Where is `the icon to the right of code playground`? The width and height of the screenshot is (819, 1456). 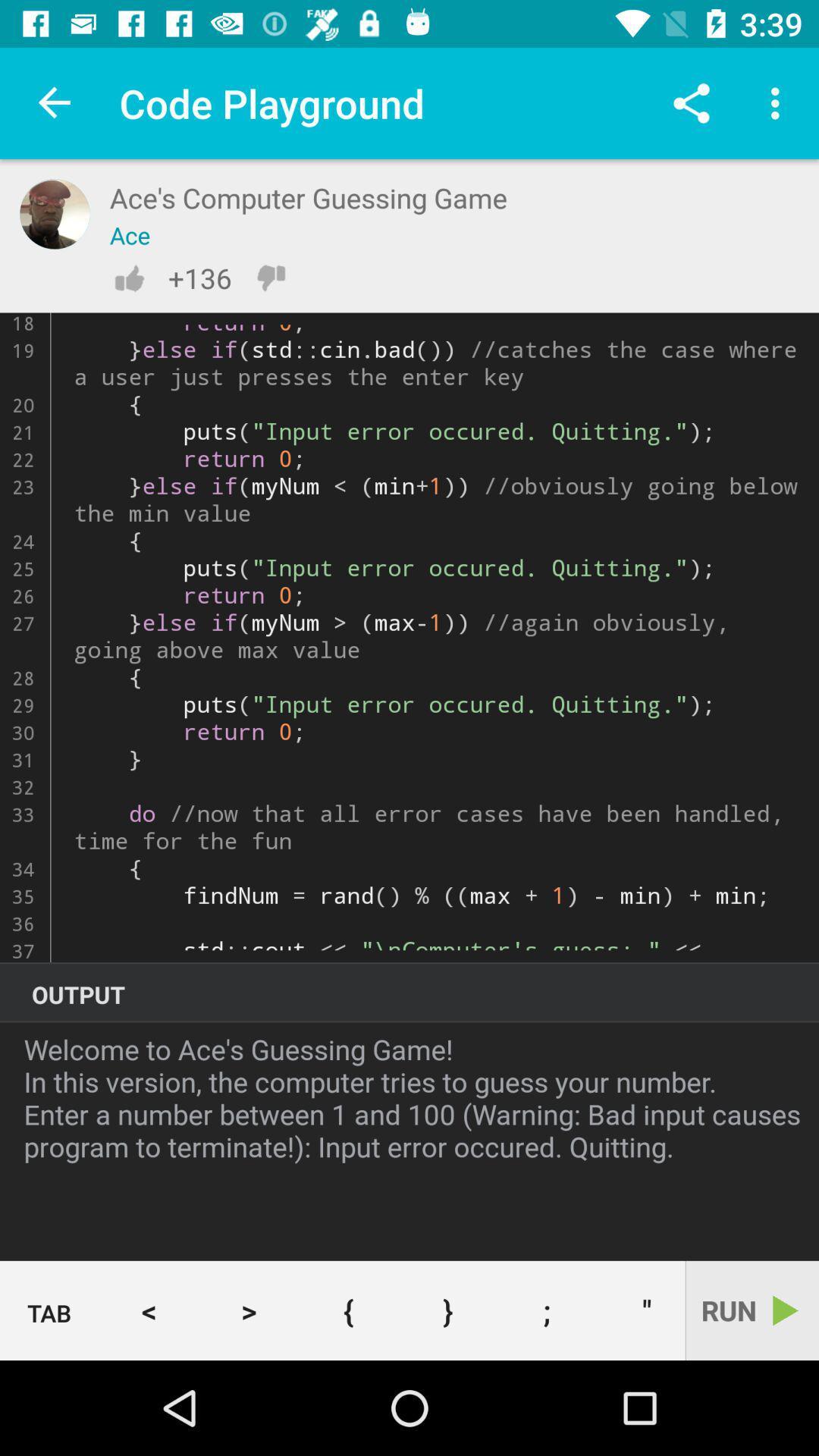 the icon to the right of code playground is located at coordinates (691, 102).